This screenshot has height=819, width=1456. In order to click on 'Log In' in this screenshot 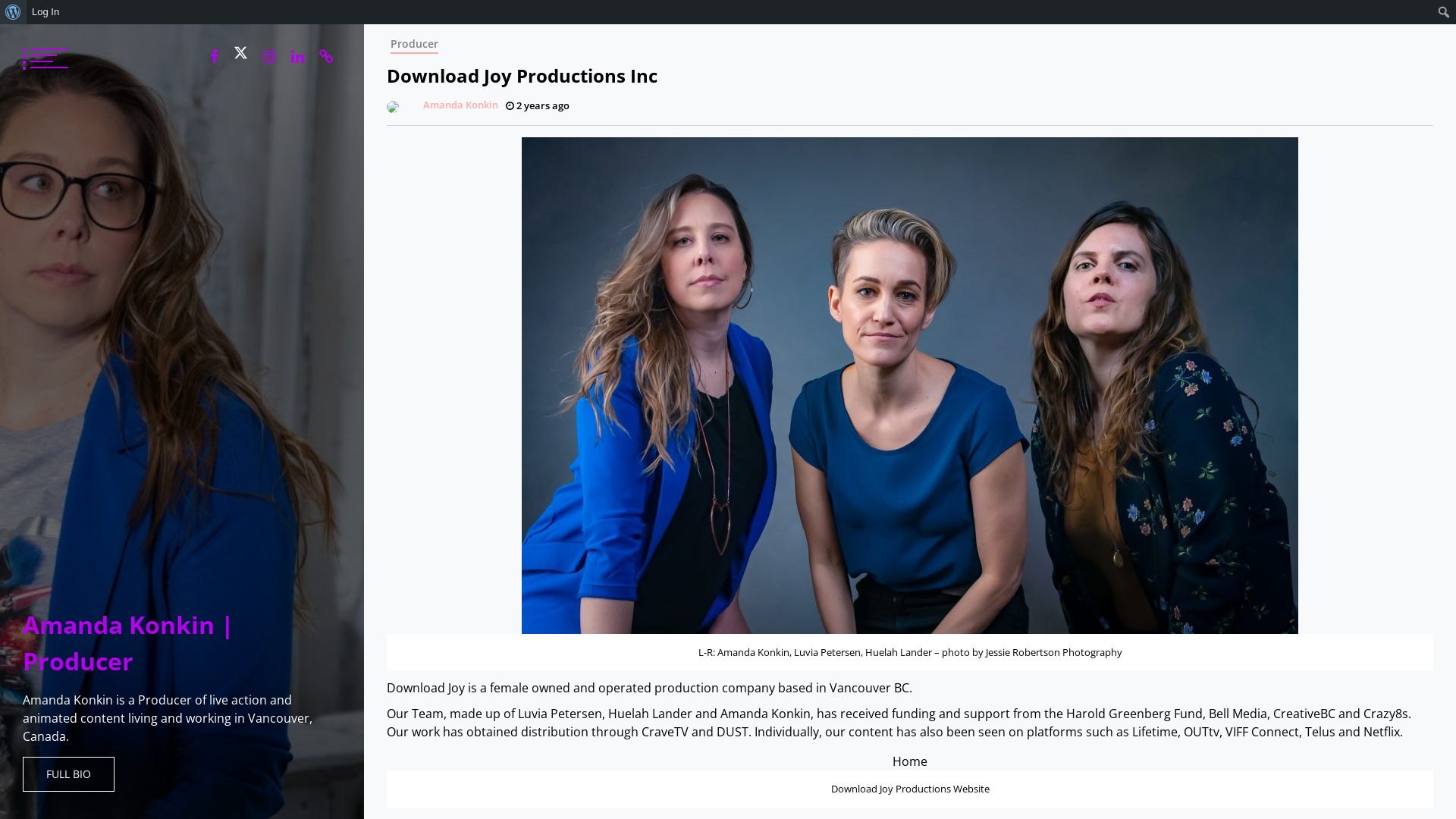, I will do `click(45, 11)`.